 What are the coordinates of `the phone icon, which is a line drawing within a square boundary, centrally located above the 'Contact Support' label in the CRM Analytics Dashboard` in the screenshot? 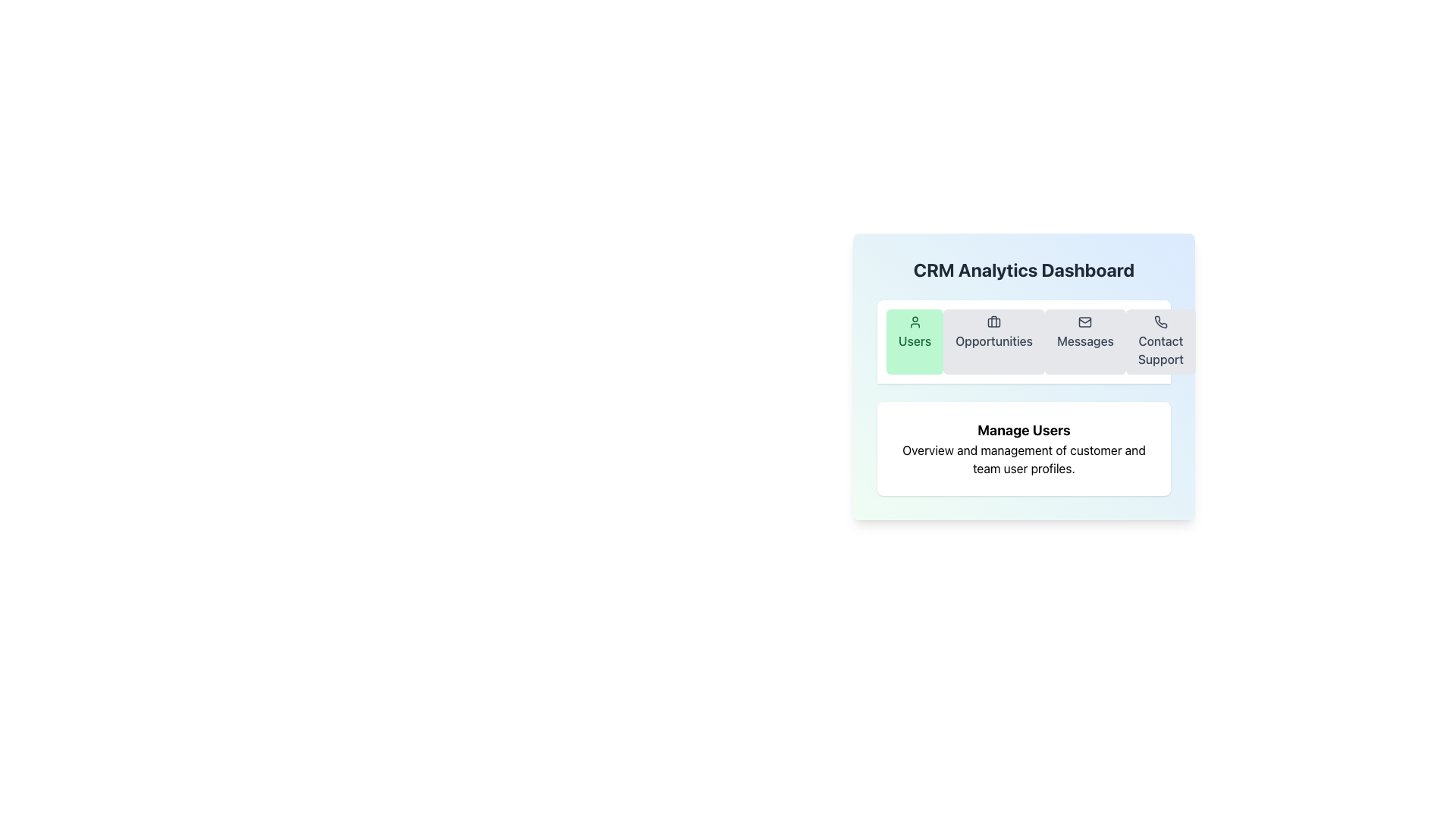 It's located at (1159, 321).